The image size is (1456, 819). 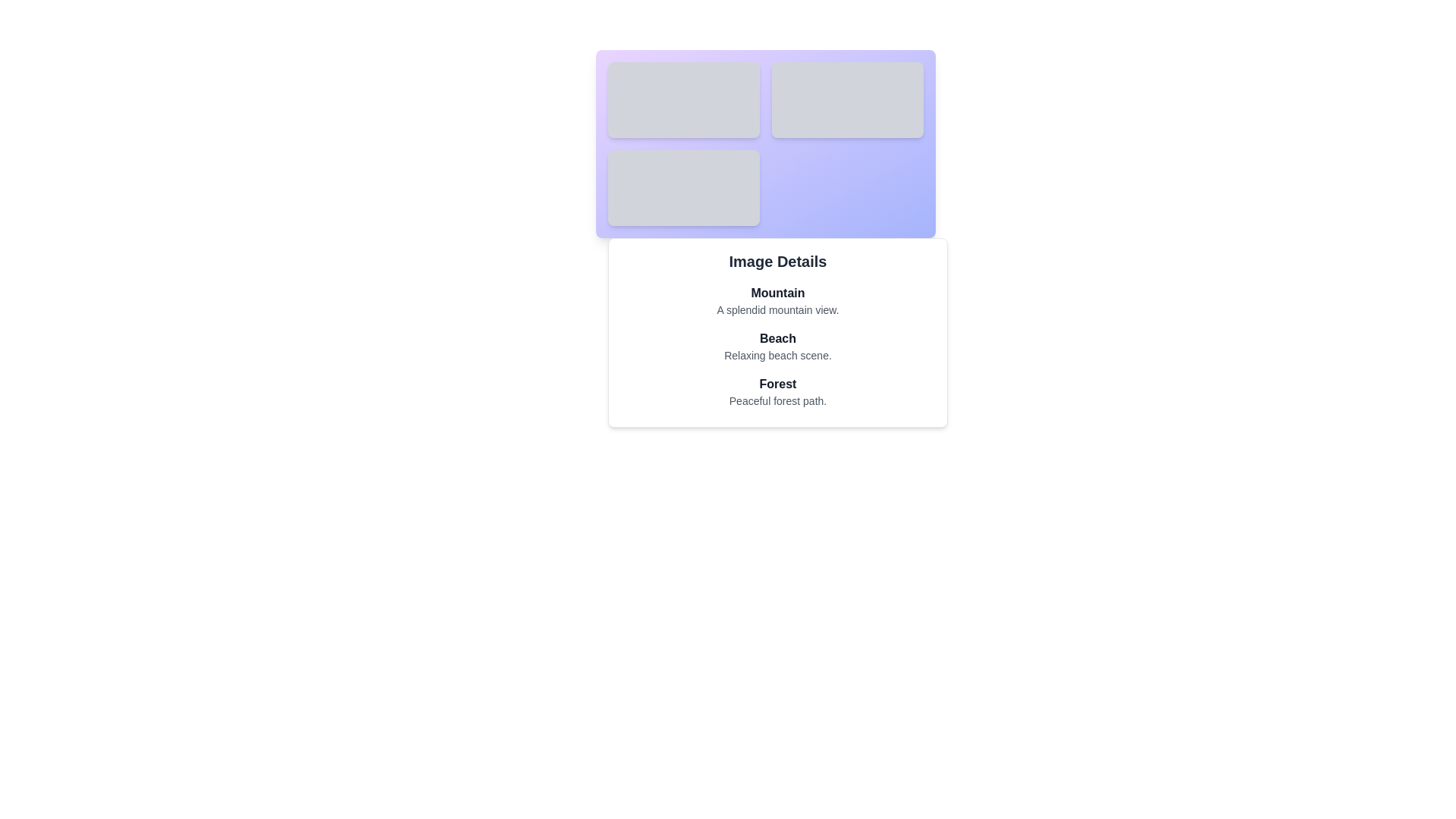 What do you see at coordinates (778, 338) in the screenshot?
I see `the text label displaying 'Beach', which is bold and dark gray, positioned between 'Mountain' and 'Forest' in the 'Image Details' section` at bounding box center [778, 338].